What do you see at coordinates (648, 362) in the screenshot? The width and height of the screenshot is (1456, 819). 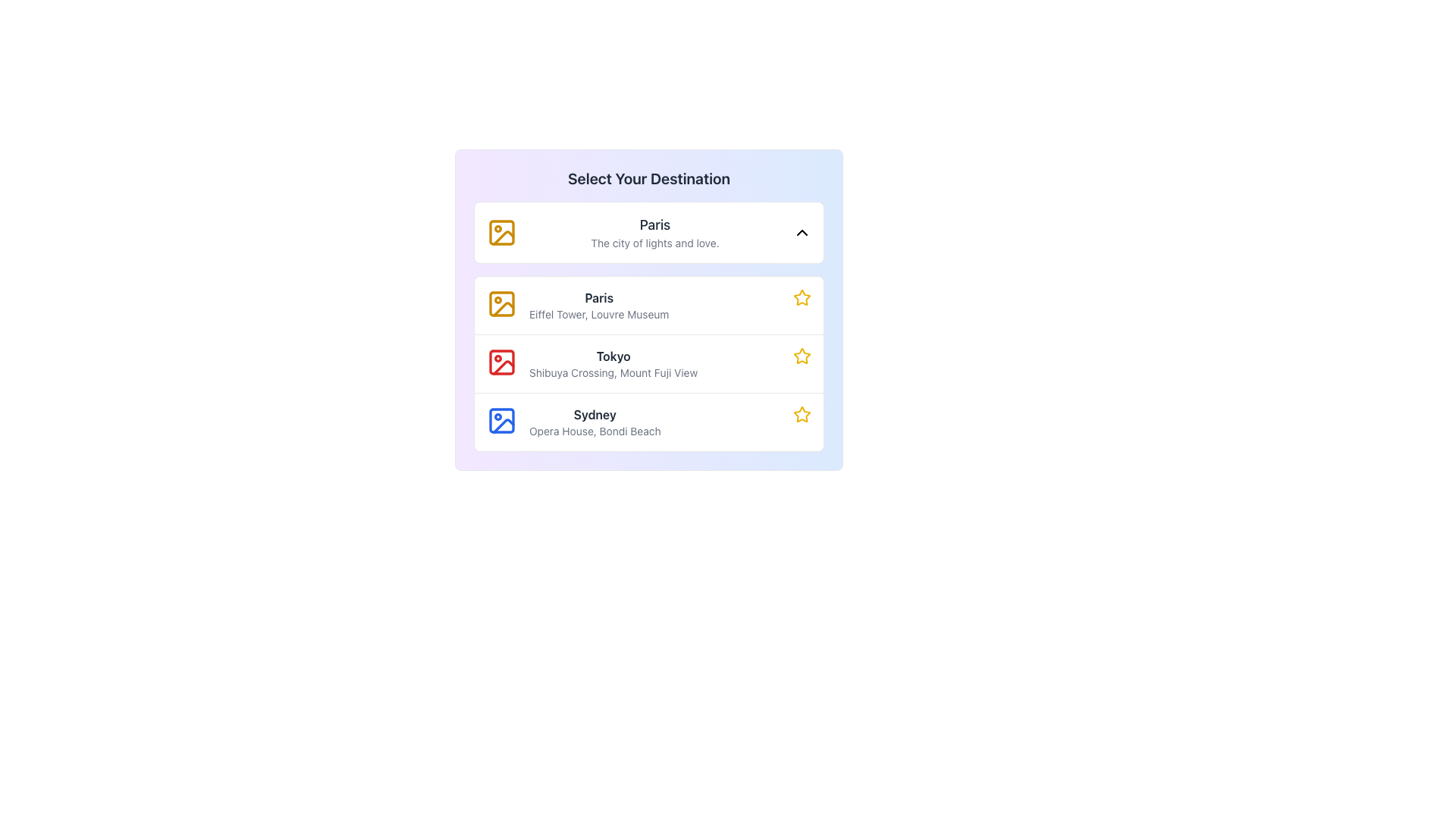 I see `the List Item Card for 'Tokyo', which is the second destination option` at bounding box center [648, 362].